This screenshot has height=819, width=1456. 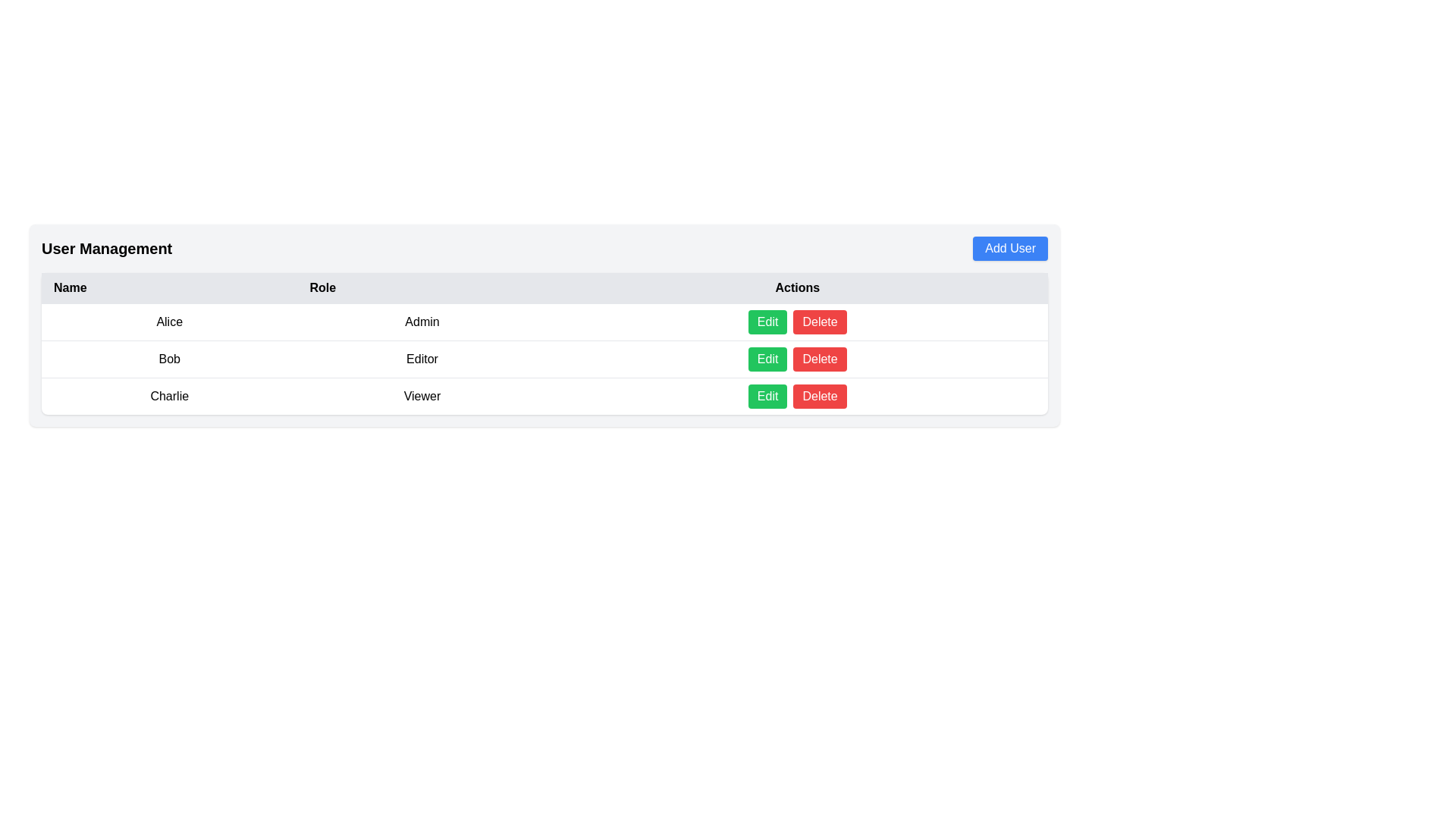 I want to click on the label indicating the role associated with the user 'Bob' in the second row of the table in the 'Role' column, so click(x=422, y=359).